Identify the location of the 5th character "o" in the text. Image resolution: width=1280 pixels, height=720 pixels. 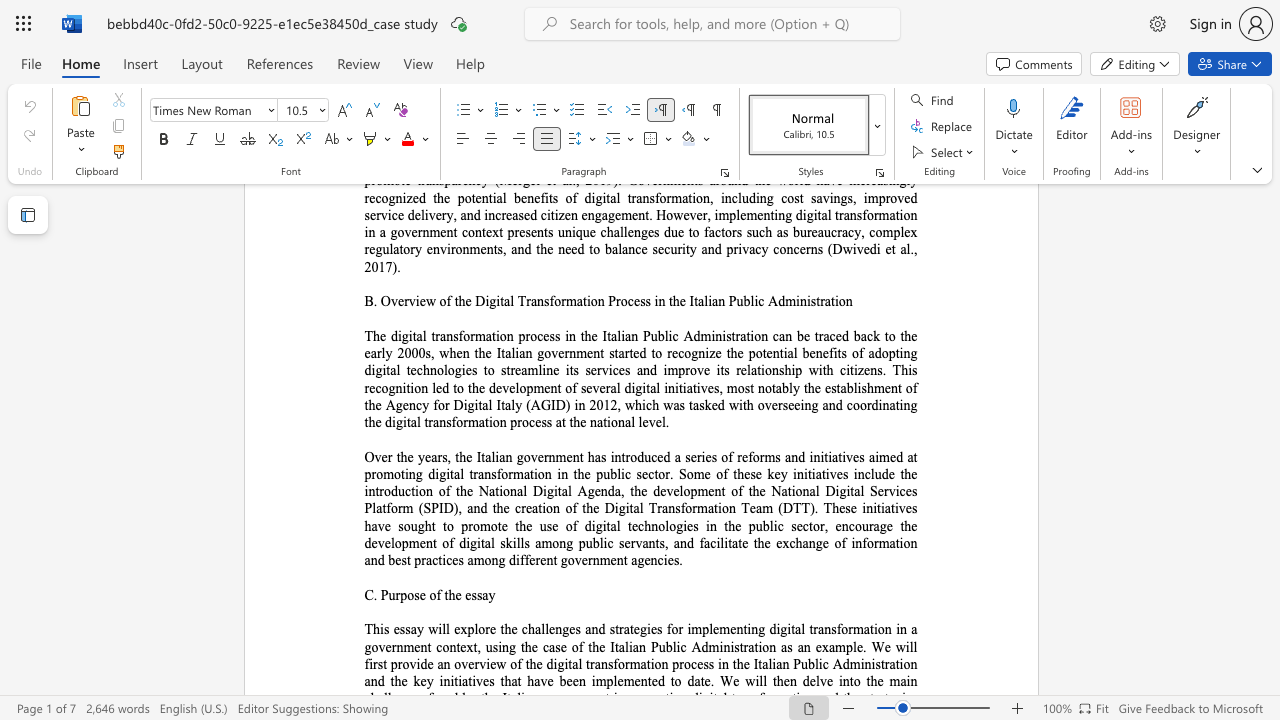
(661, 525).